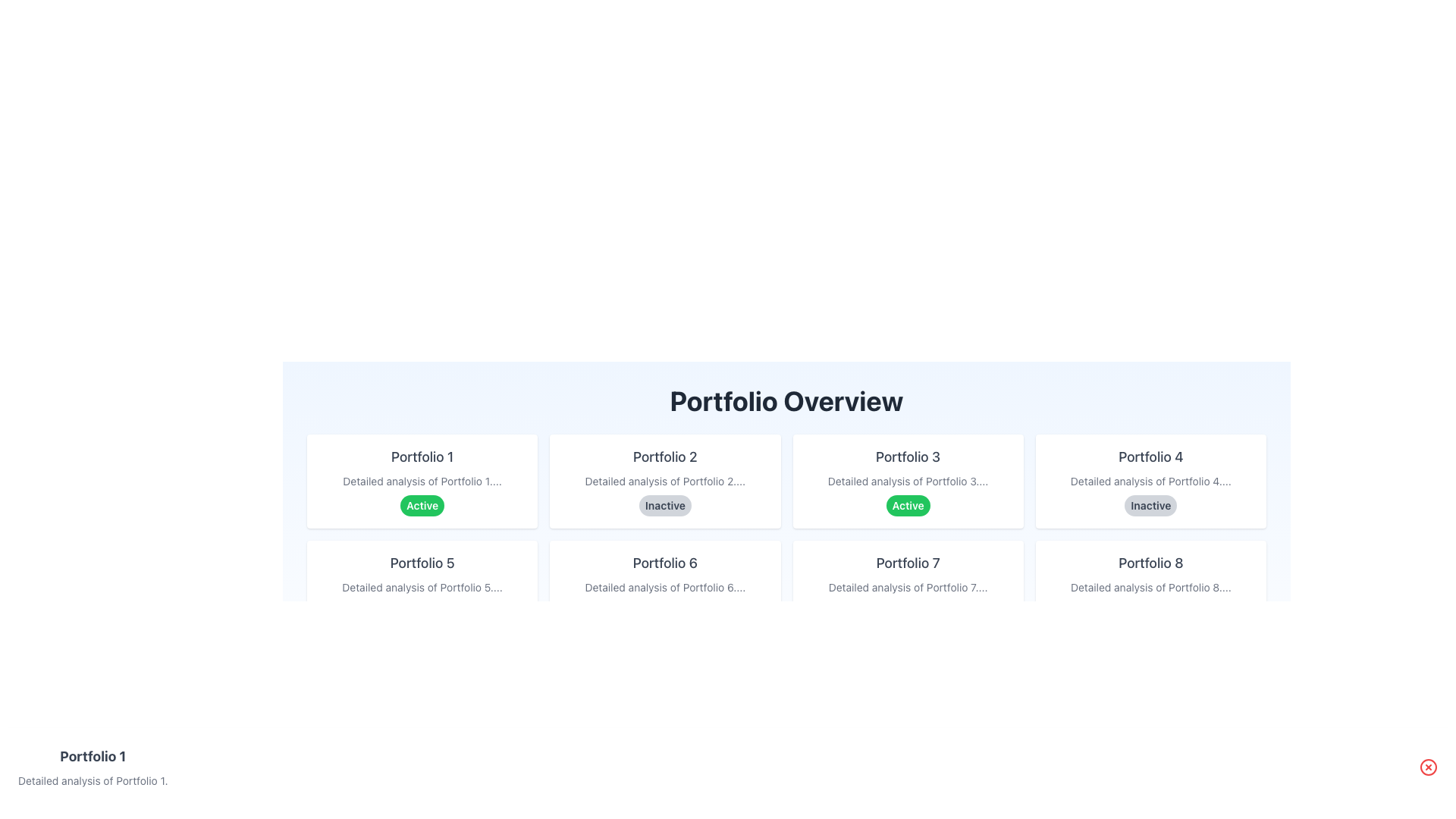  Describe the element at coordinates (422, 717) in the screenshot. I see `the status badge indicating 'Active' for the portfolio item 'Portfolio 9', located in the lower section of the white card` at that location.